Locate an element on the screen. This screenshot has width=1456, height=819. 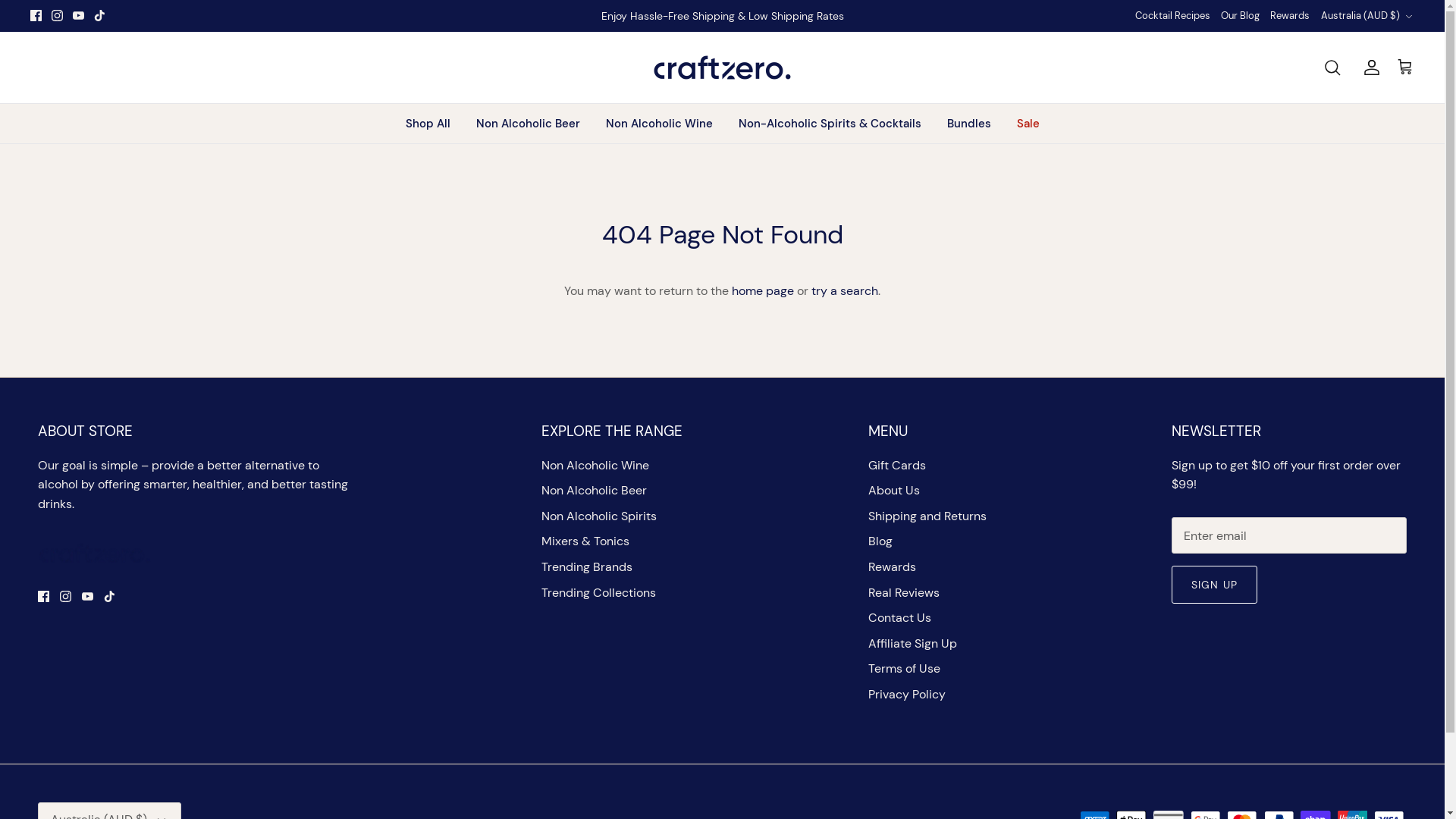
'Cart' is located at coordinates (1404, 66).